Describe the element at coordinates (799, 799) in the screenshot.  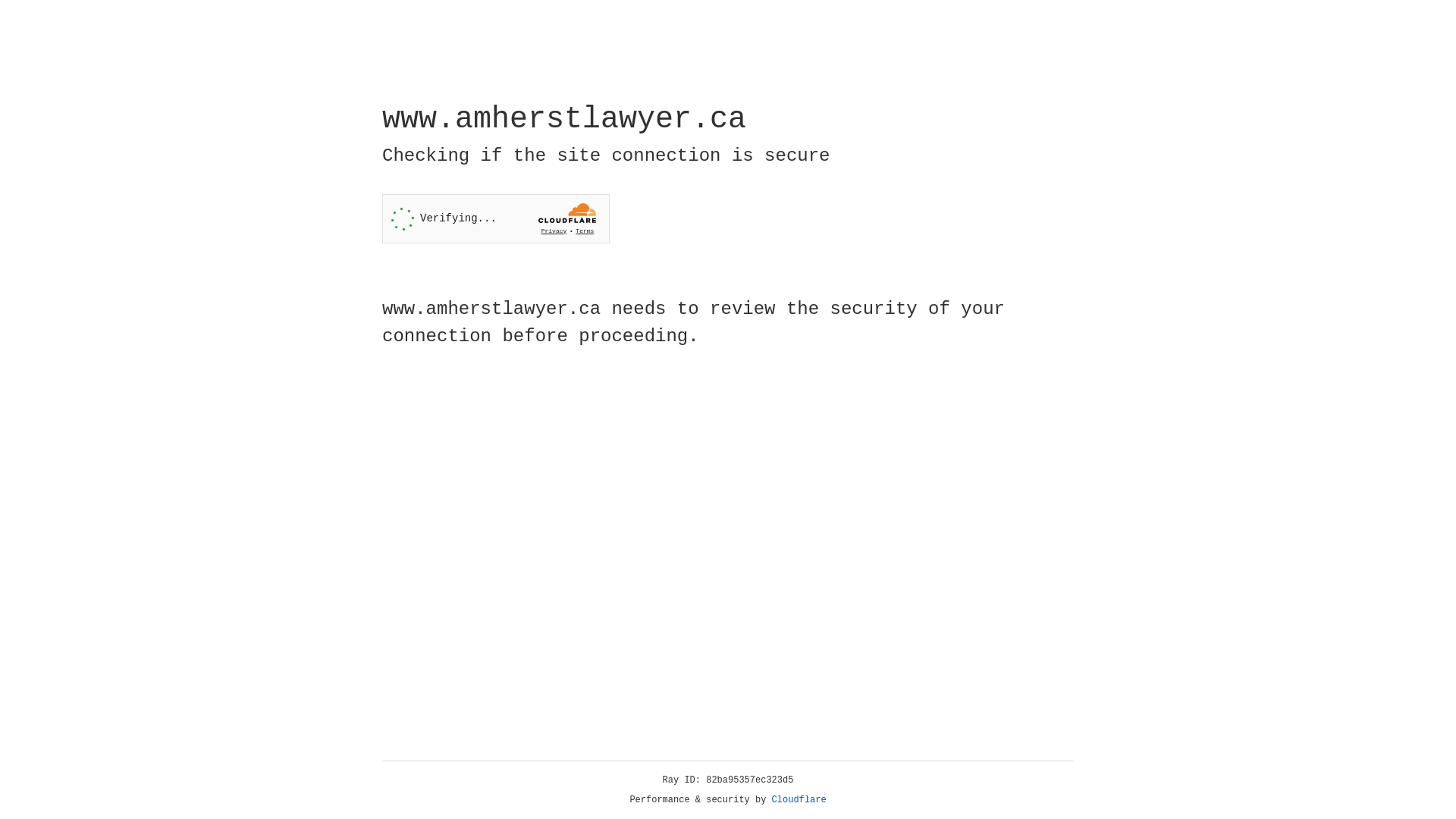
I see `'Cloudflare'` at that location.